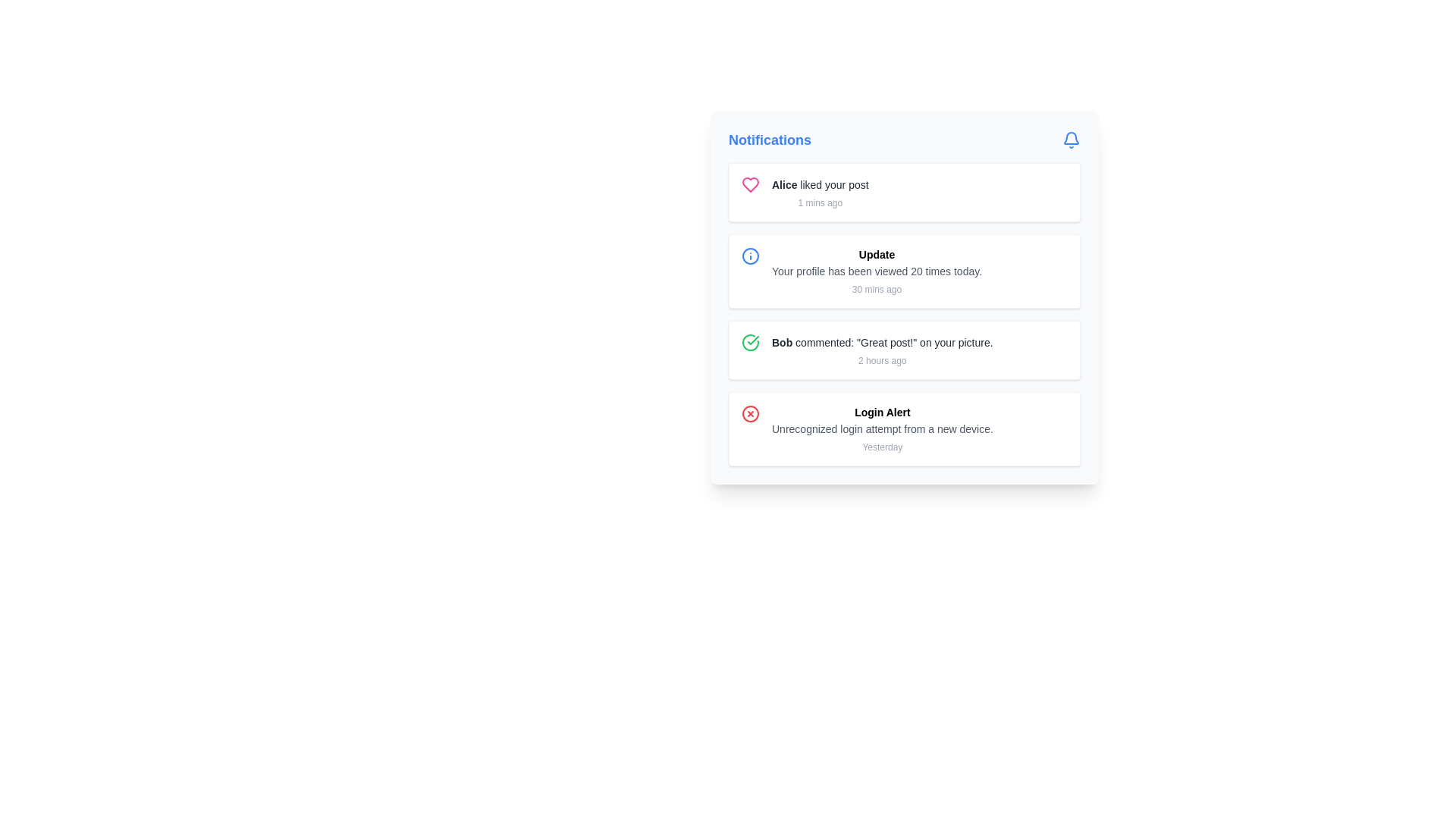 The height and width of the screenshot is (819, 1456). Describe the element at coordinates (905, 140) in the screenshot. I see `the notification icon on the Header bar, which features a blue bell icon on the right side of the 'Notifications' text` at that location.